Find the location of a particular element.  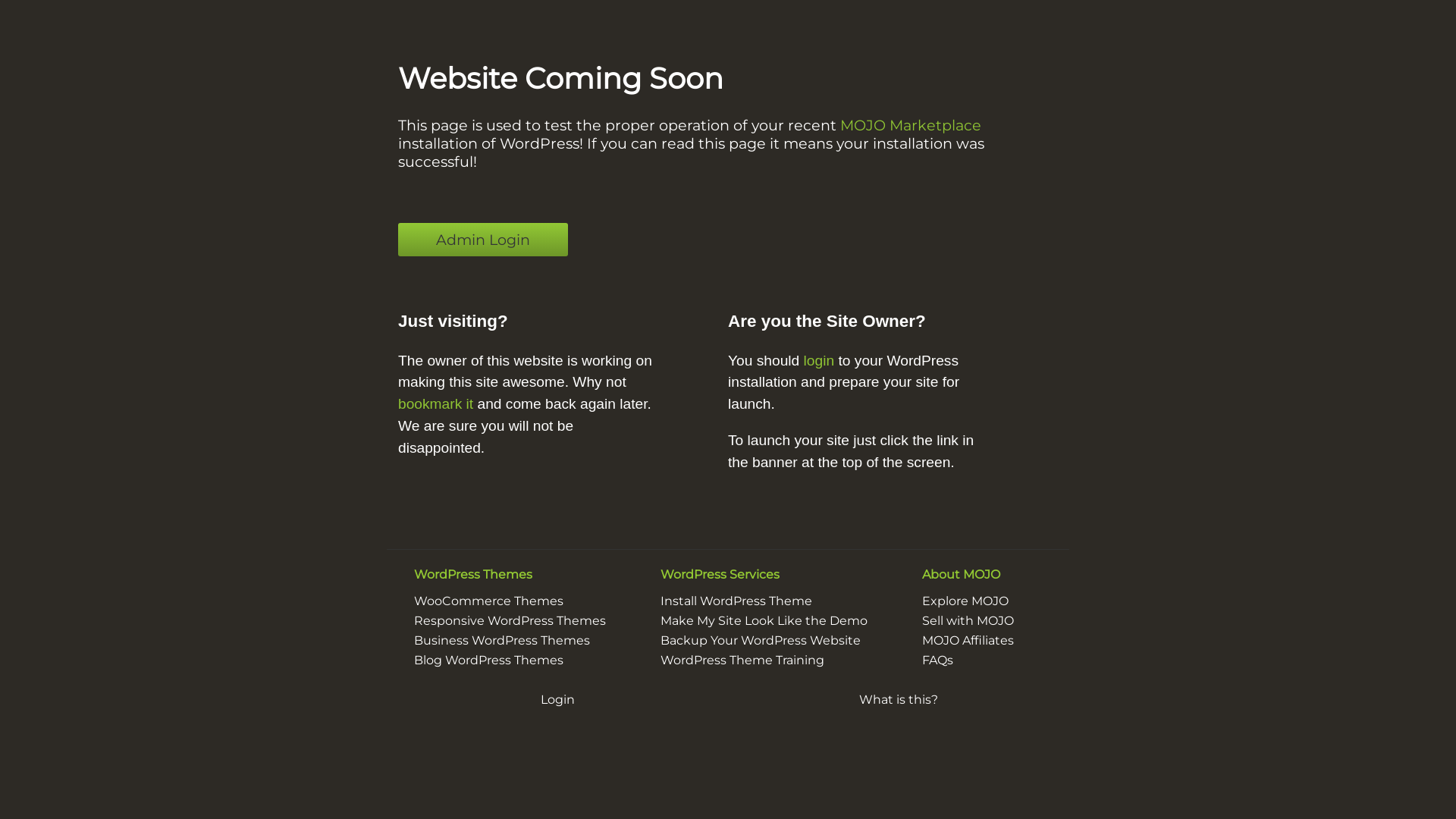

'MOJO Affiliates' is located at coordinates (967, 640).